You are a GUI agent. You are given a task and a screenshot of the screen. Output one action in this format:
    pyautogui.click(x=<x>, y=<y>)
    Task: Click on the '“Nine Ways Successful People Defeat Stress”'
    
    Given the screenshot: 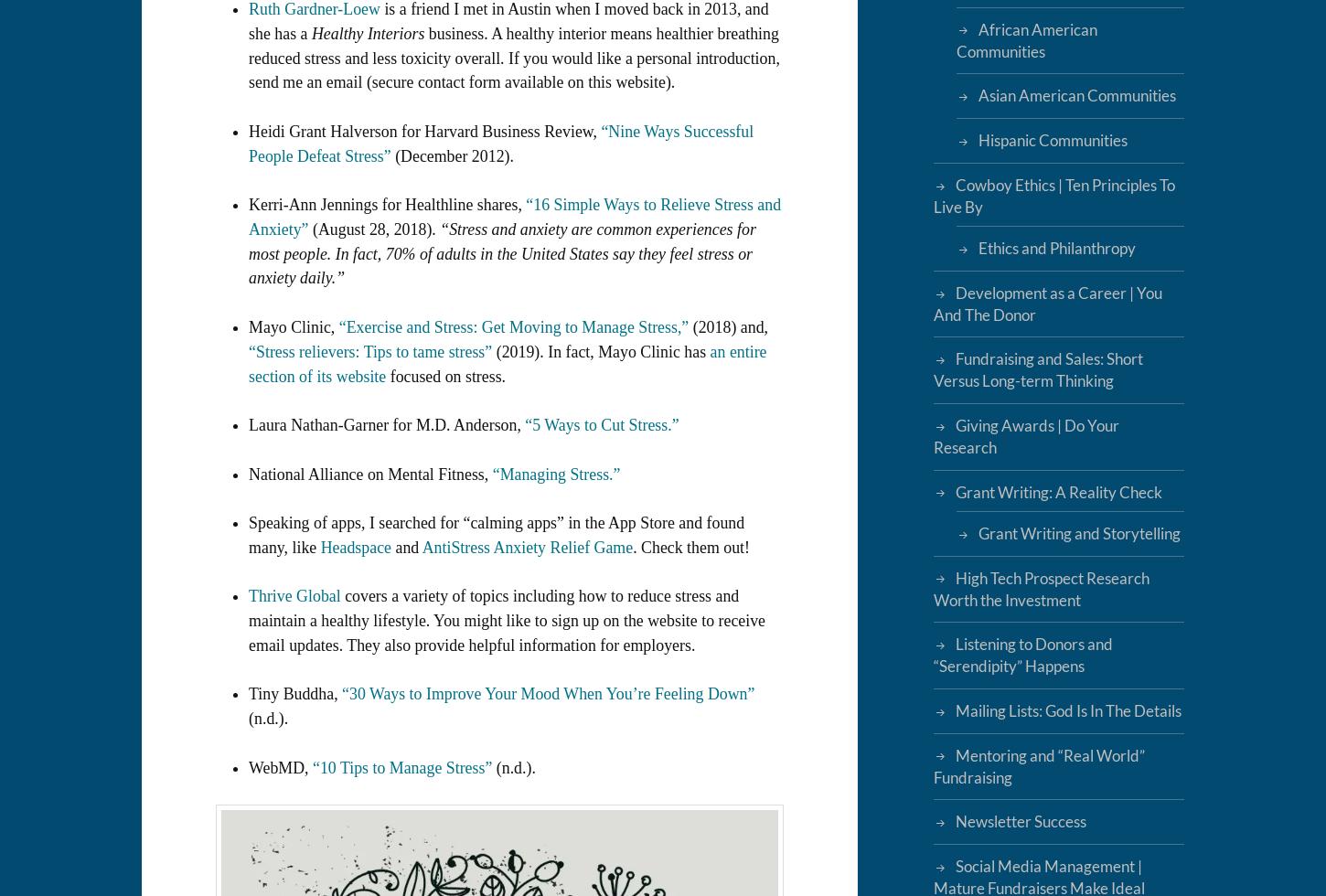 What is the action you would take?
    pyautogui.click(x=249, y=143)
    